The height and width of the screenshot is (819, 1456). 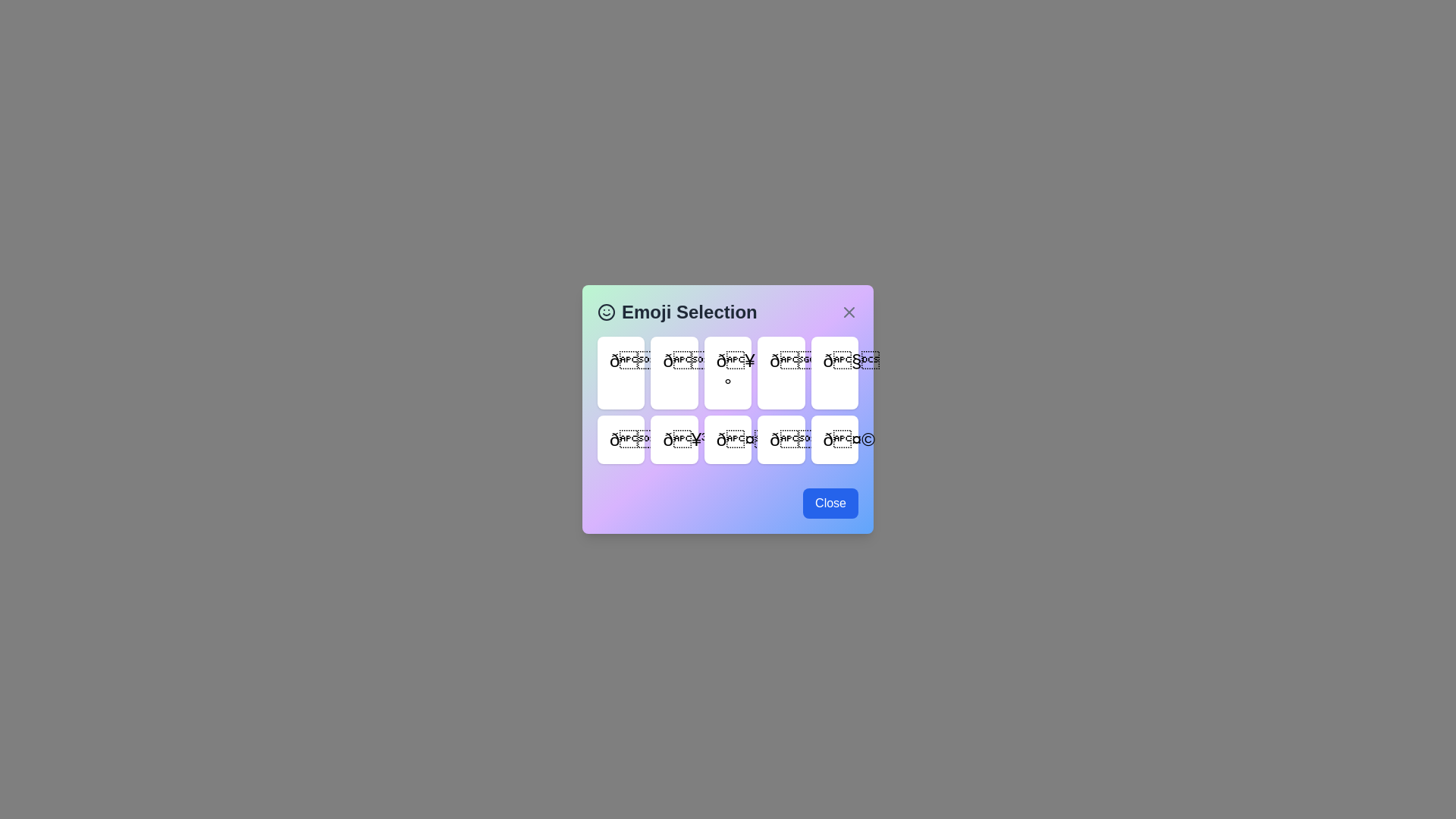 What do you see at coordinates (830, 503) in the screenshot?
I see `the 'Close' button at the bottom-right of the dialog` at bounding box center [830, 503].